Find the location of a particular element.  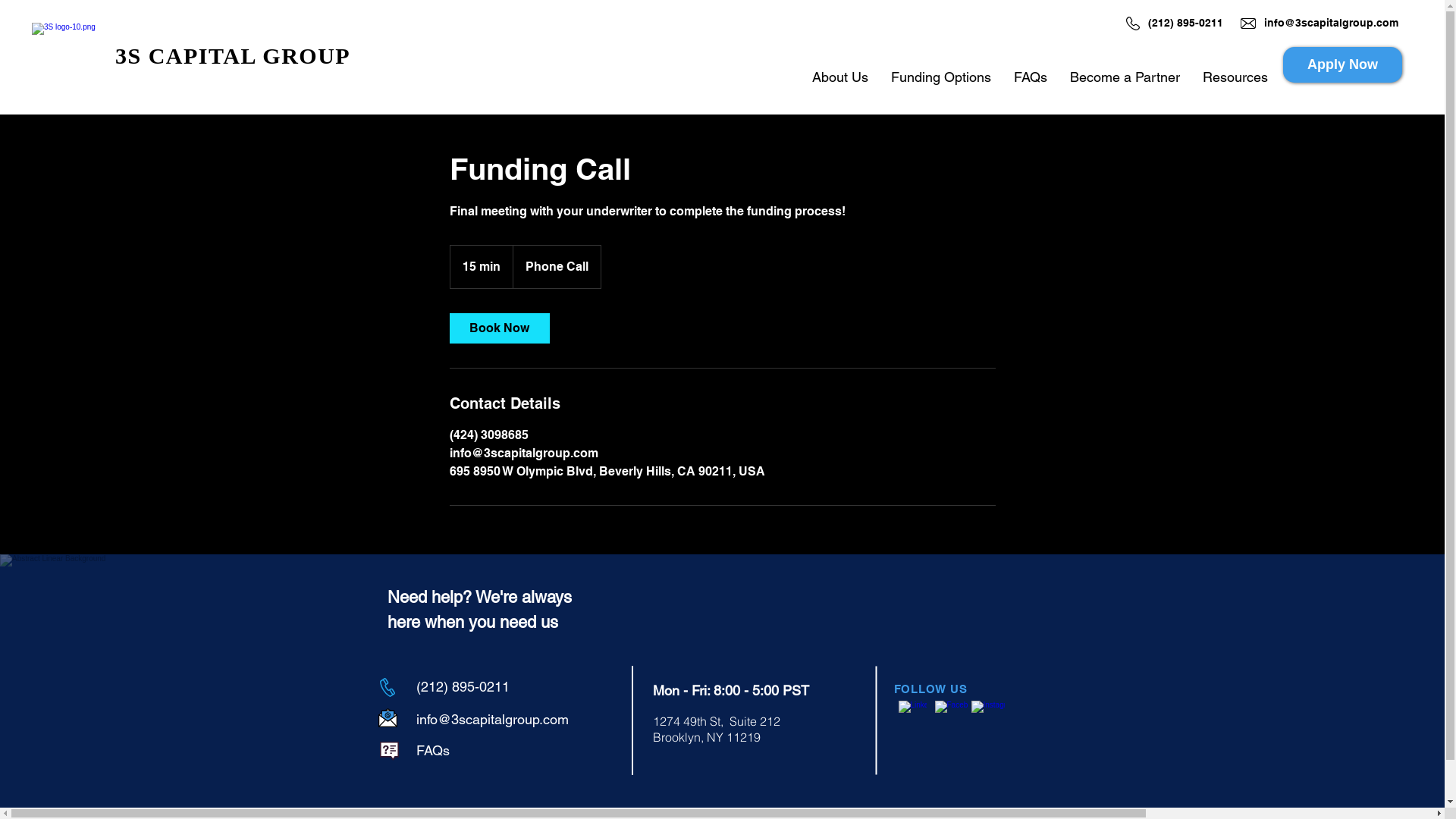

'Become a Partner' is located at coordinates (1125, 77).